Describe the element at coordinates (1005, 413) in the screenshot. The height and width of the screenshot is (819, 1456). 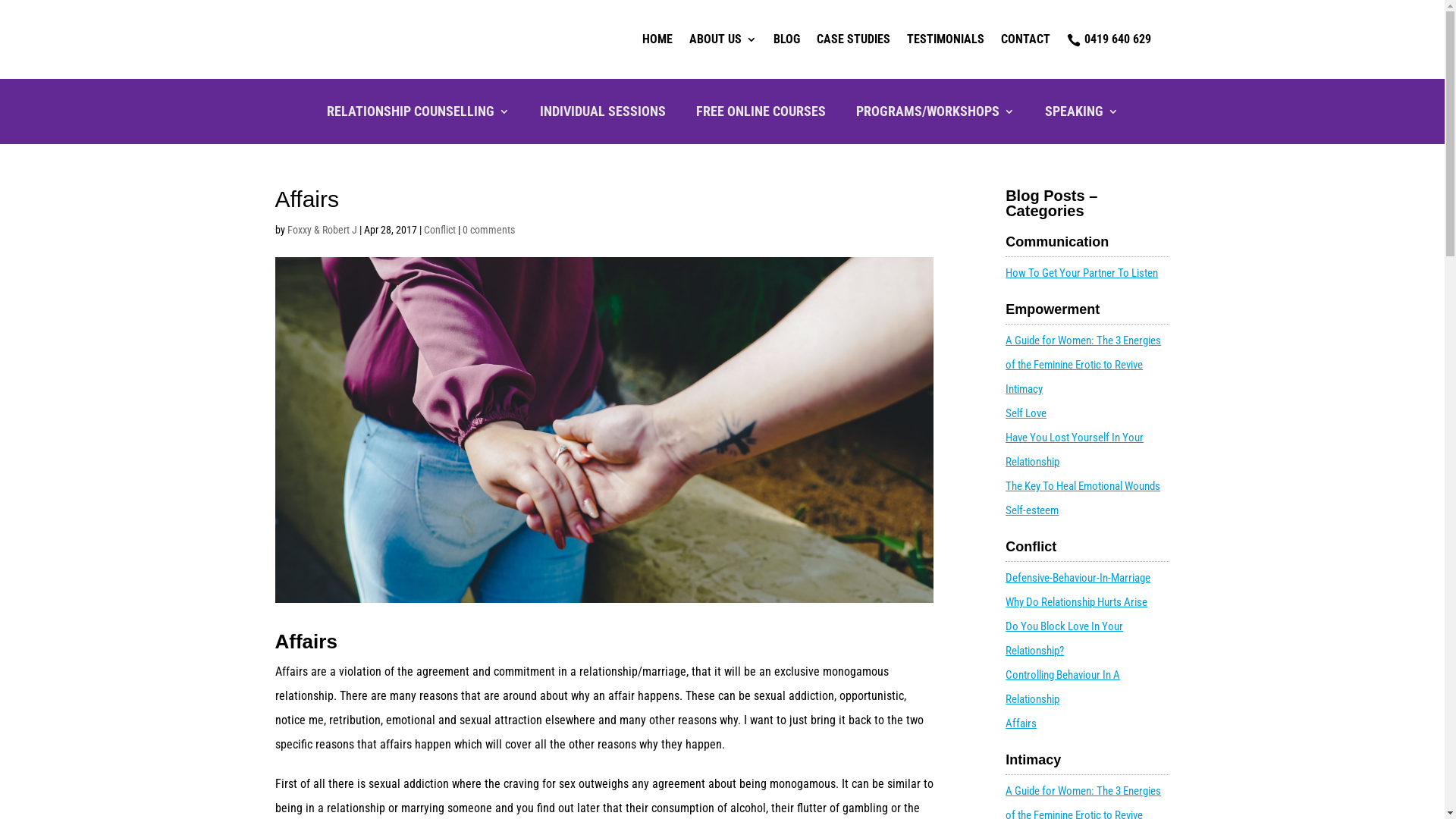
I see `'Self Love'` at that location.